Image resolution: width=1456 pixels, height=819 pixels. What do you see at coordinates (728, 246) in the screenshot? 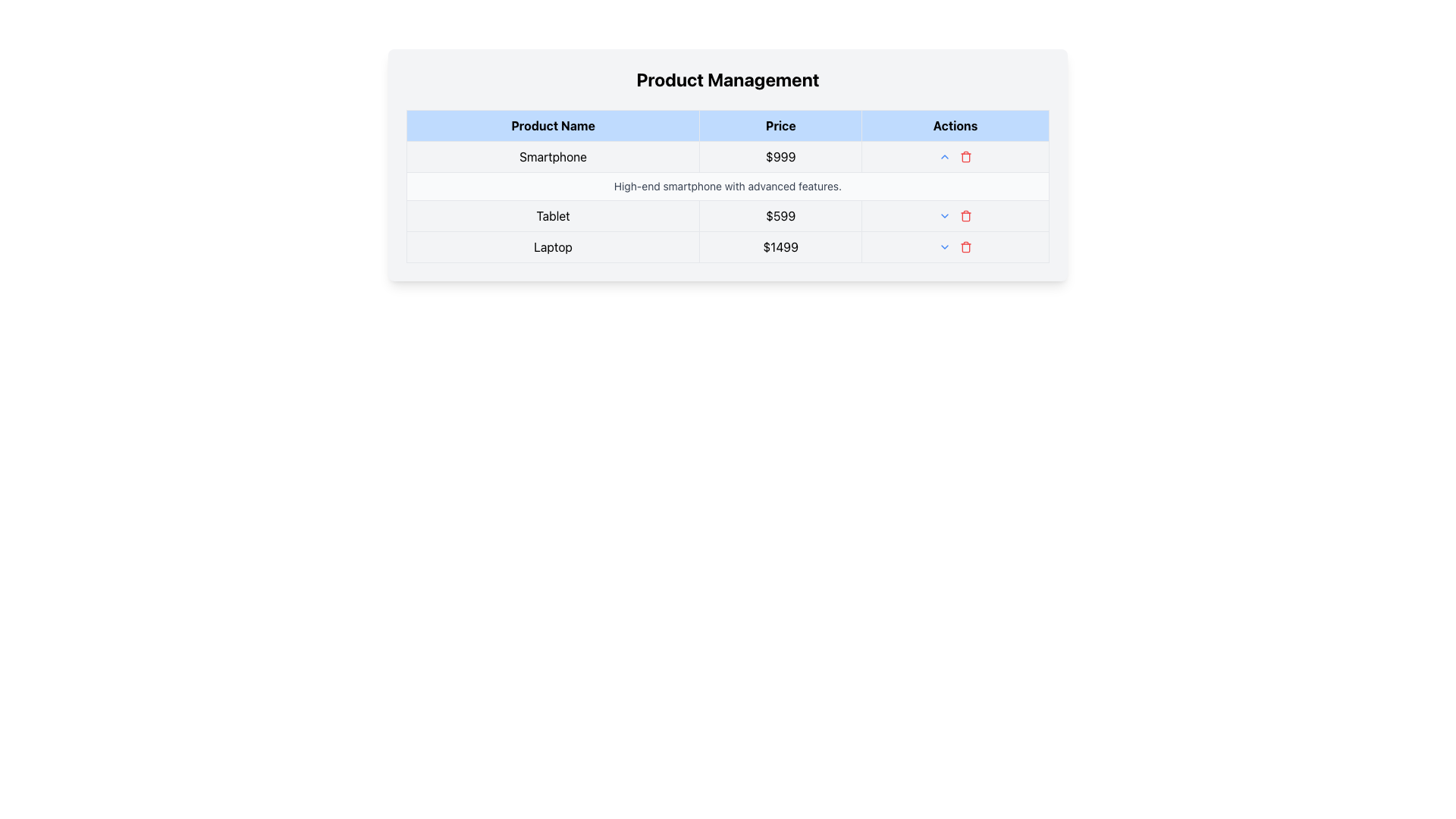
I see `the third row of the table that displays the product 'Laptop'` at bounding box center [728, 246].